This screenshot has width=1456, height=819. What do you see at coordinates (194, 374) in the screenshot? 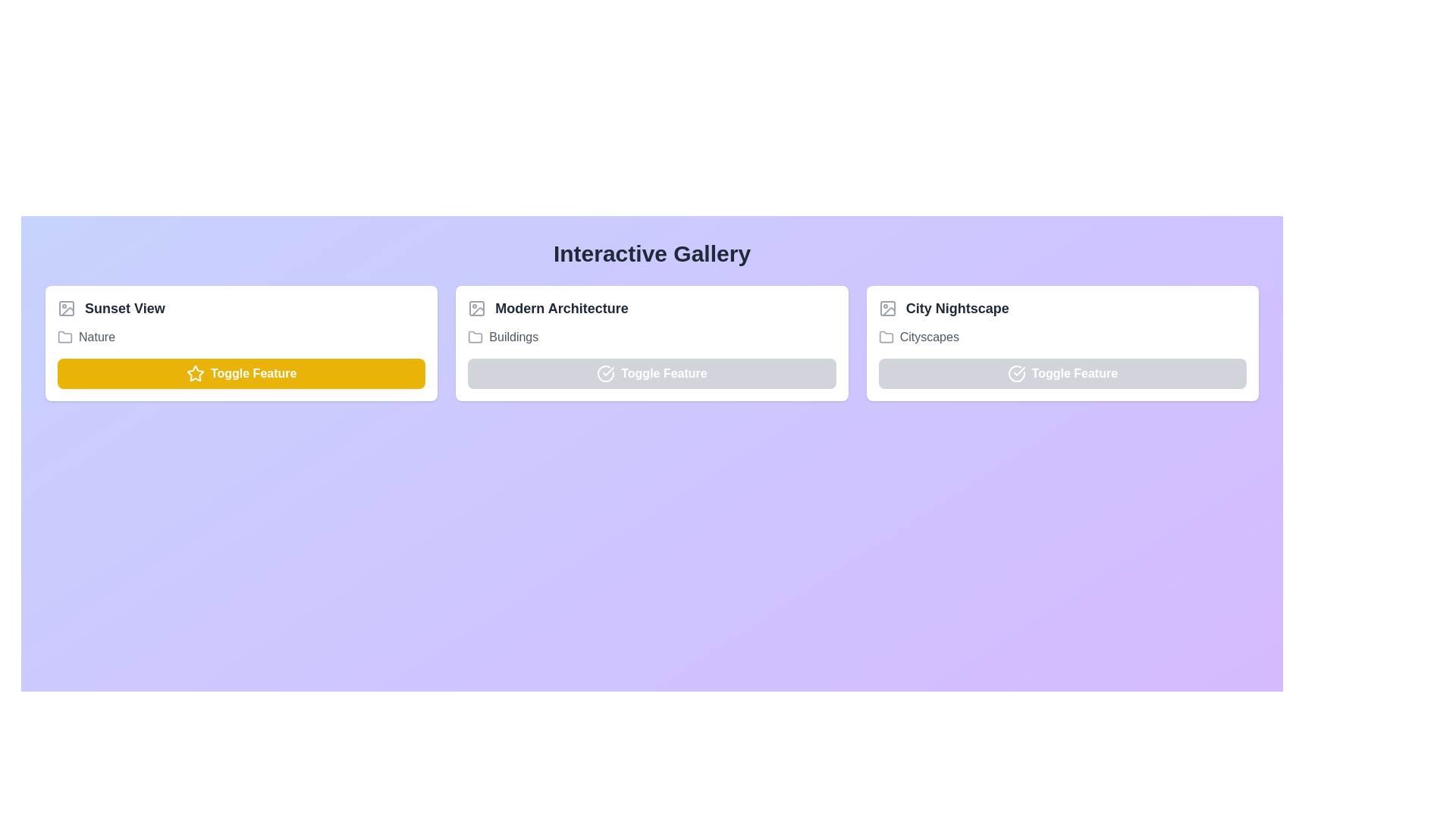
I see `the star-shaped icon adjacent to the 'Toggle Feature' text` at bounding box center [194, 374].